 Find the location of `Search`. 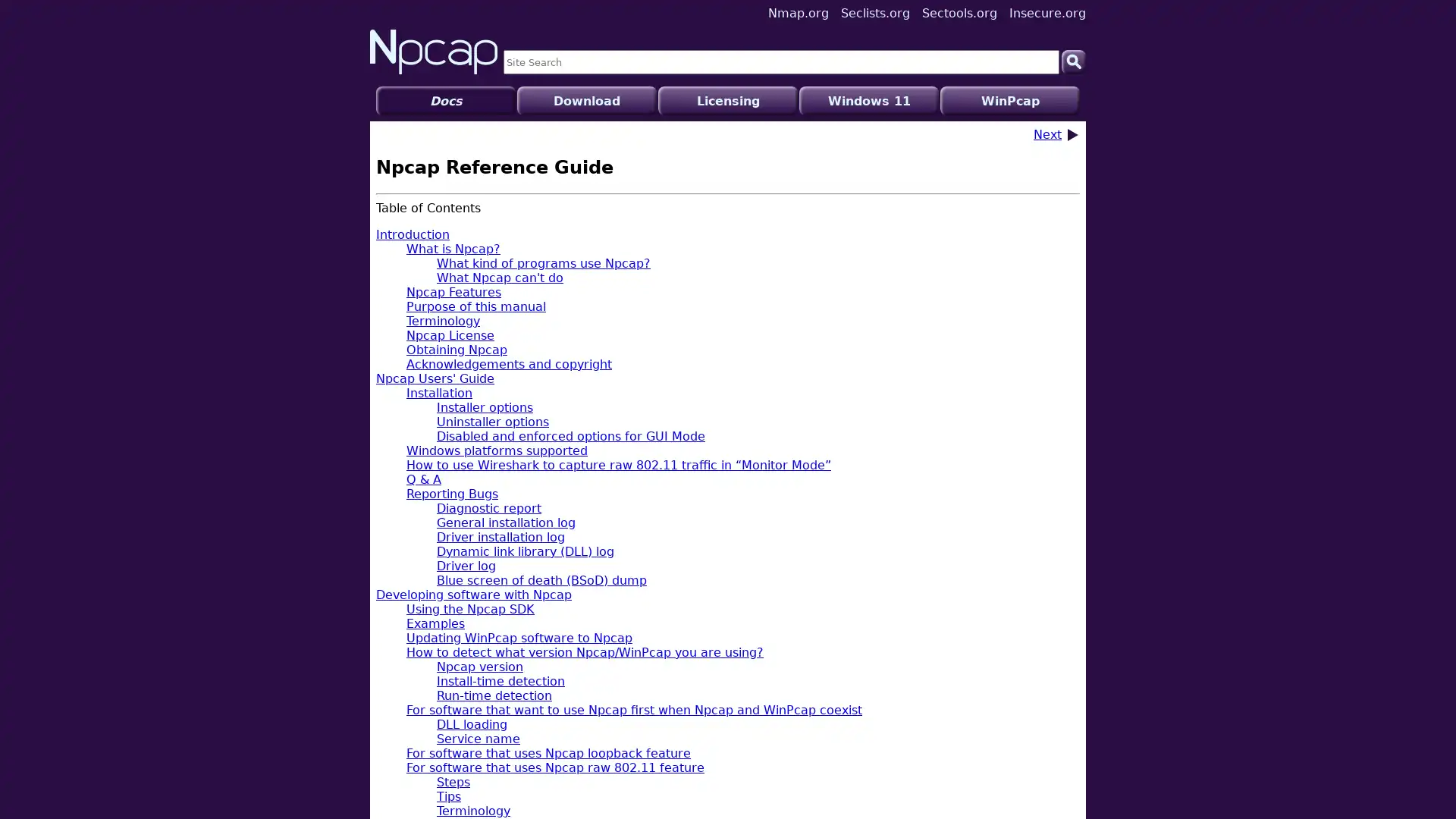

Search is located at coordinates (1073, 61).